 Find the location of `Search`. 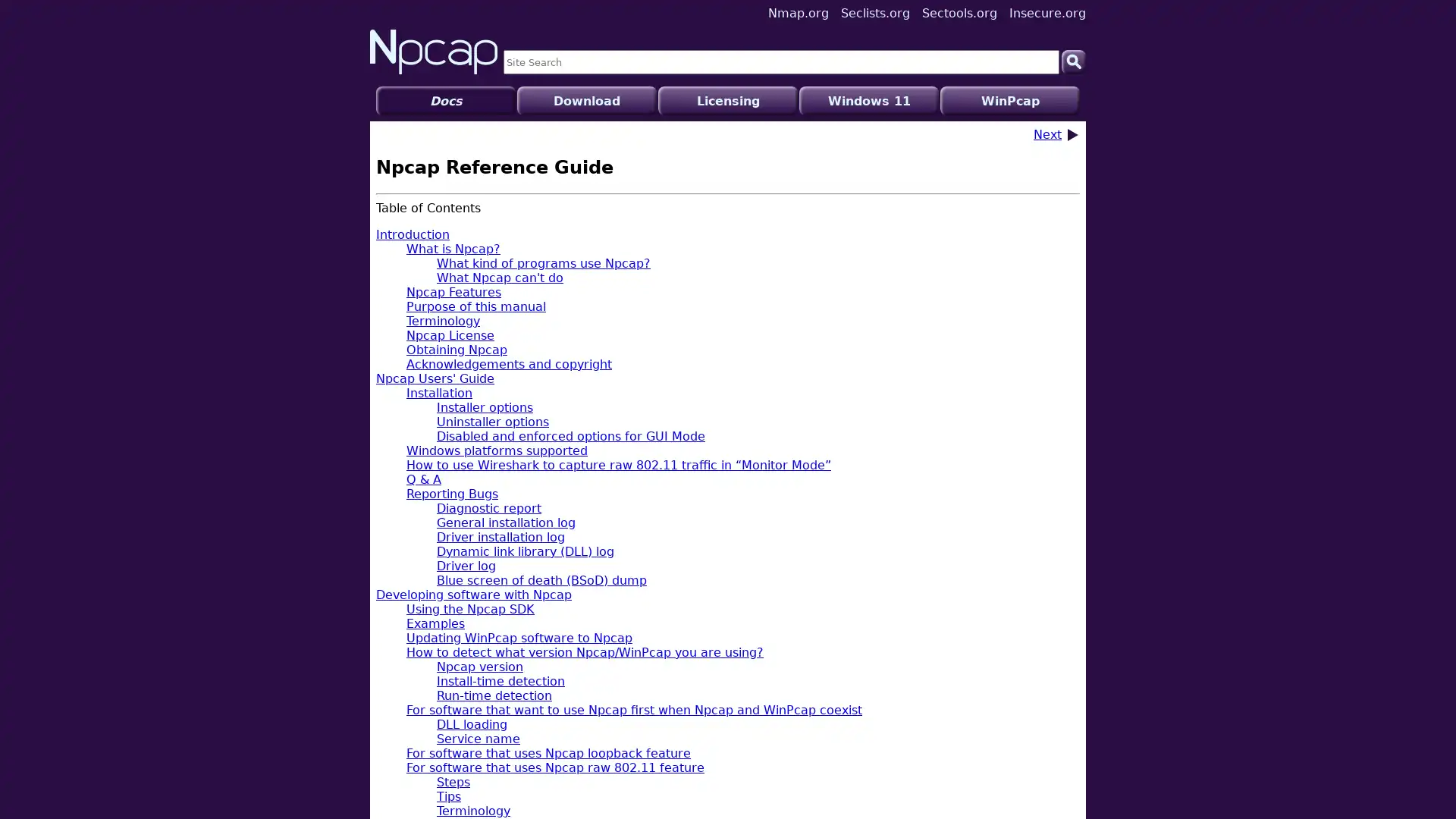

Search is located at coordinates (1073, 61).